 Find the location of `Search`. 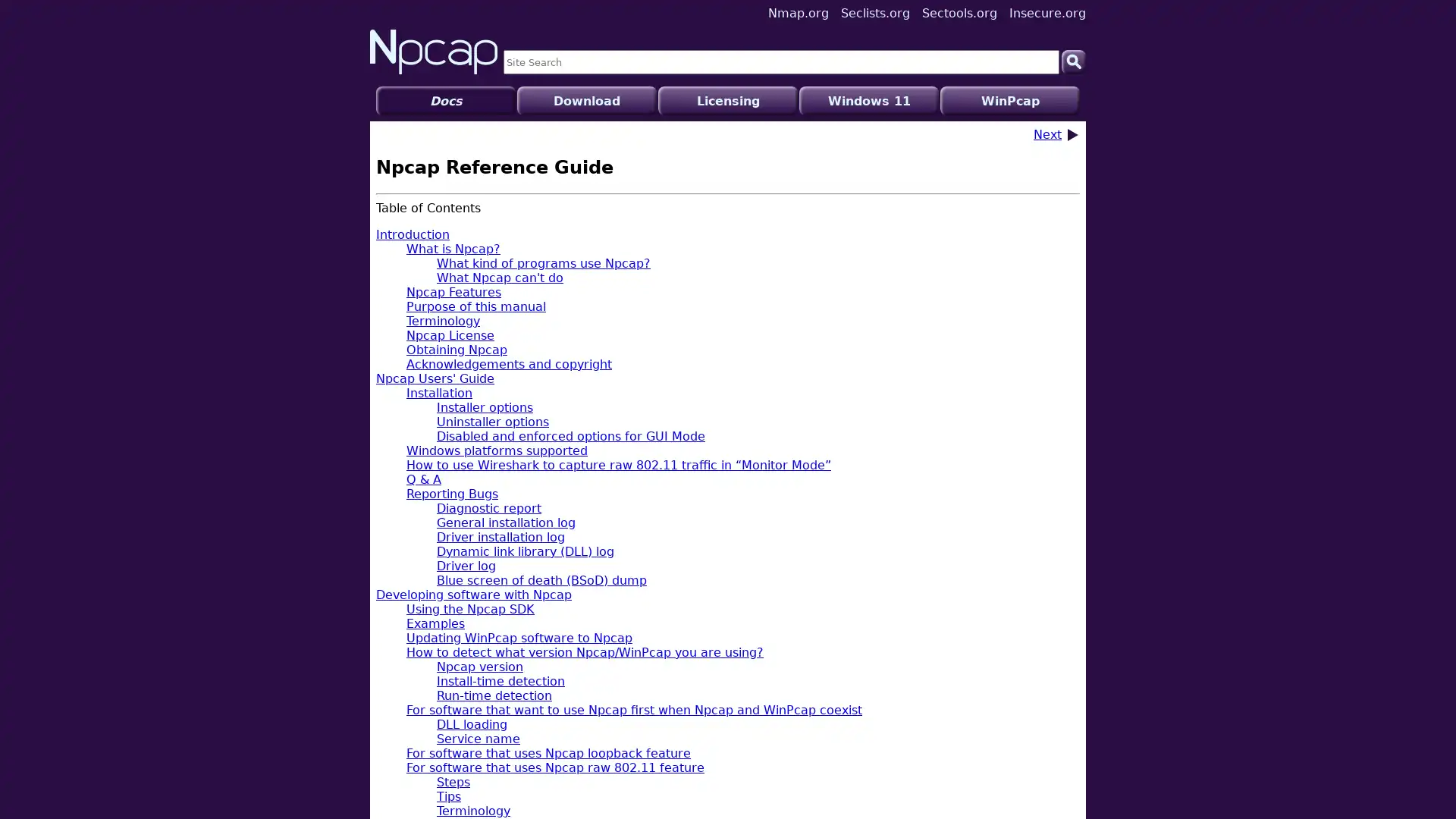

Search is located at coordinates (1073, 61).